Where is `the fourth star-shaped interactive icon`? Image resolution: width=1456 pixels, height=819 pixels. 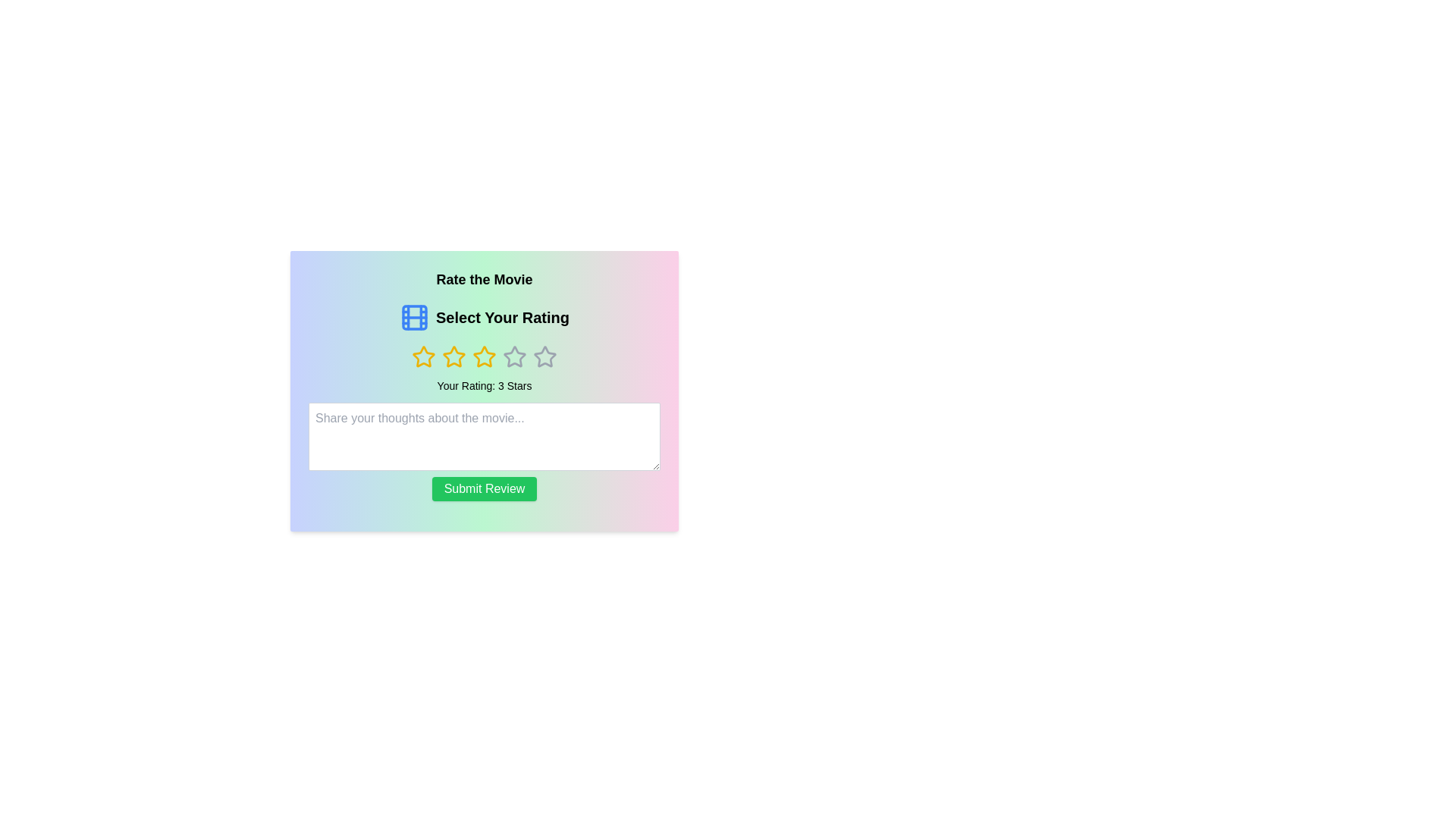 the fourth star-shaped interactive icon is located at coordinates (513, 356).